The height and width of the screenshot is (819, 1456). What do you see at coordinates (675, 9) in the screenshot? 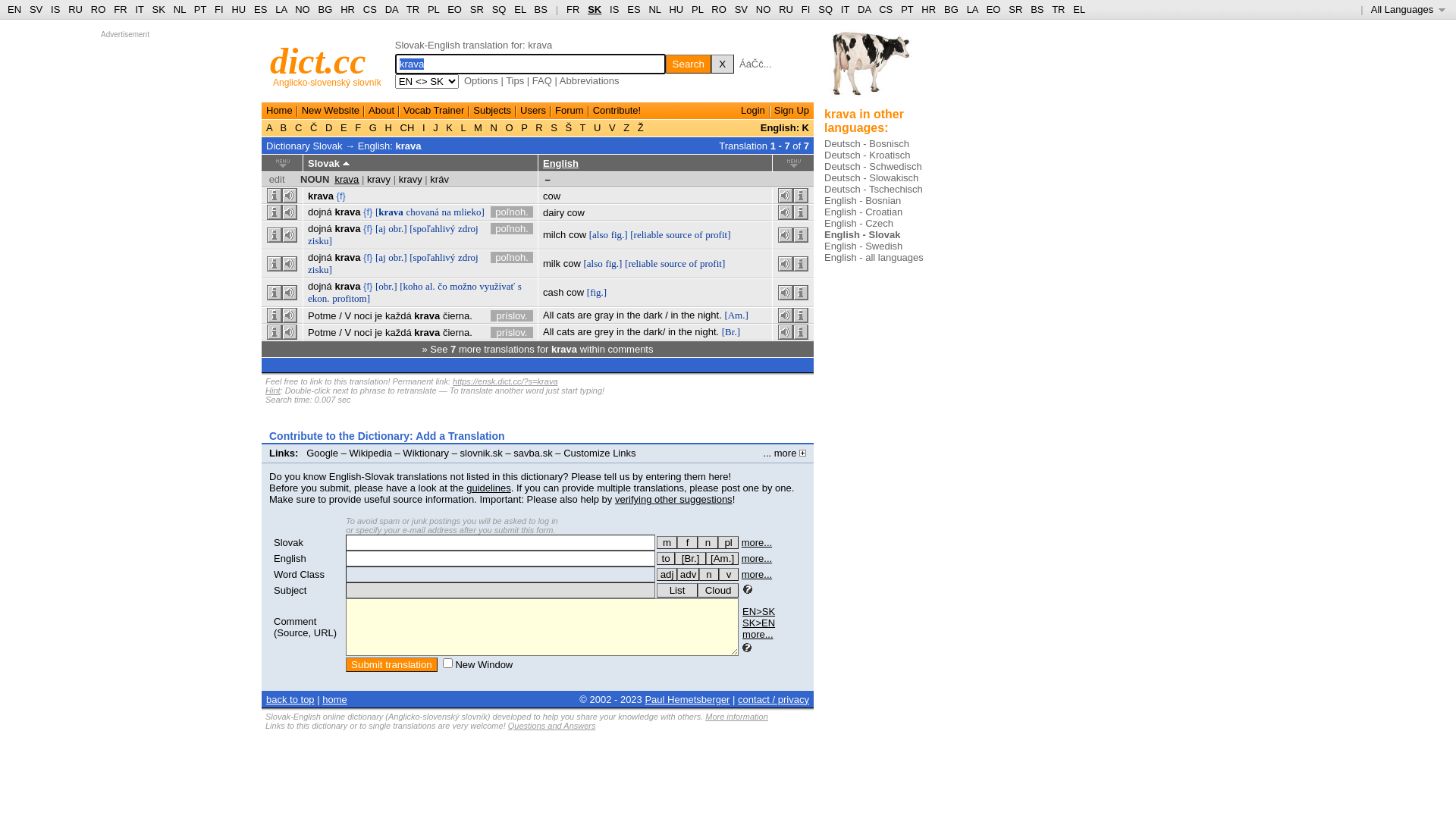
I see `'HU'` at bounding box center [675, 9].